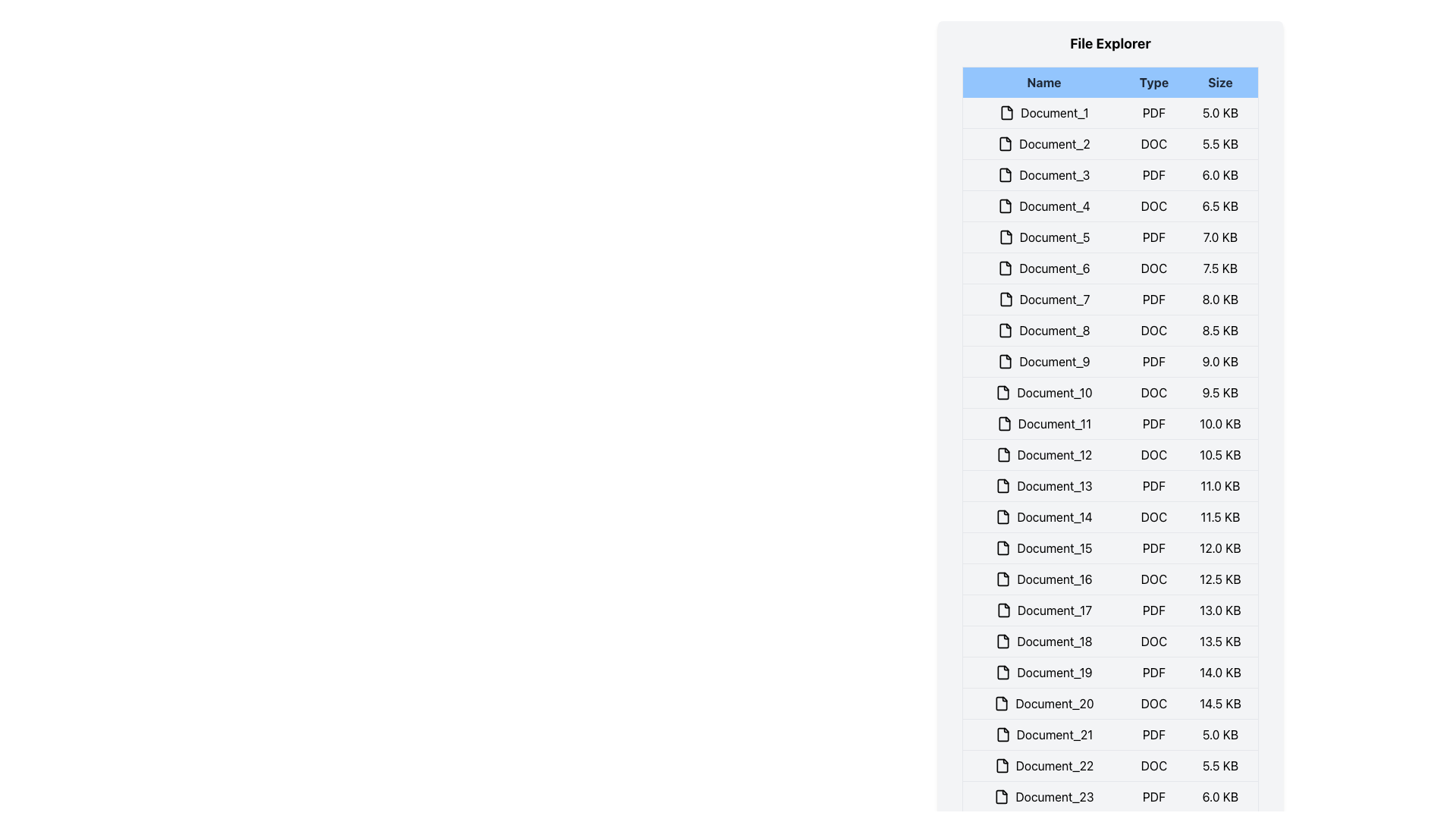  What do you see at coordinates (1006, 174) in the screenshot?
I see `the SVG icon representing 'Document_3' in the file explorer, which is positioned to the left of the text label` at bounding box center [1006, 174].